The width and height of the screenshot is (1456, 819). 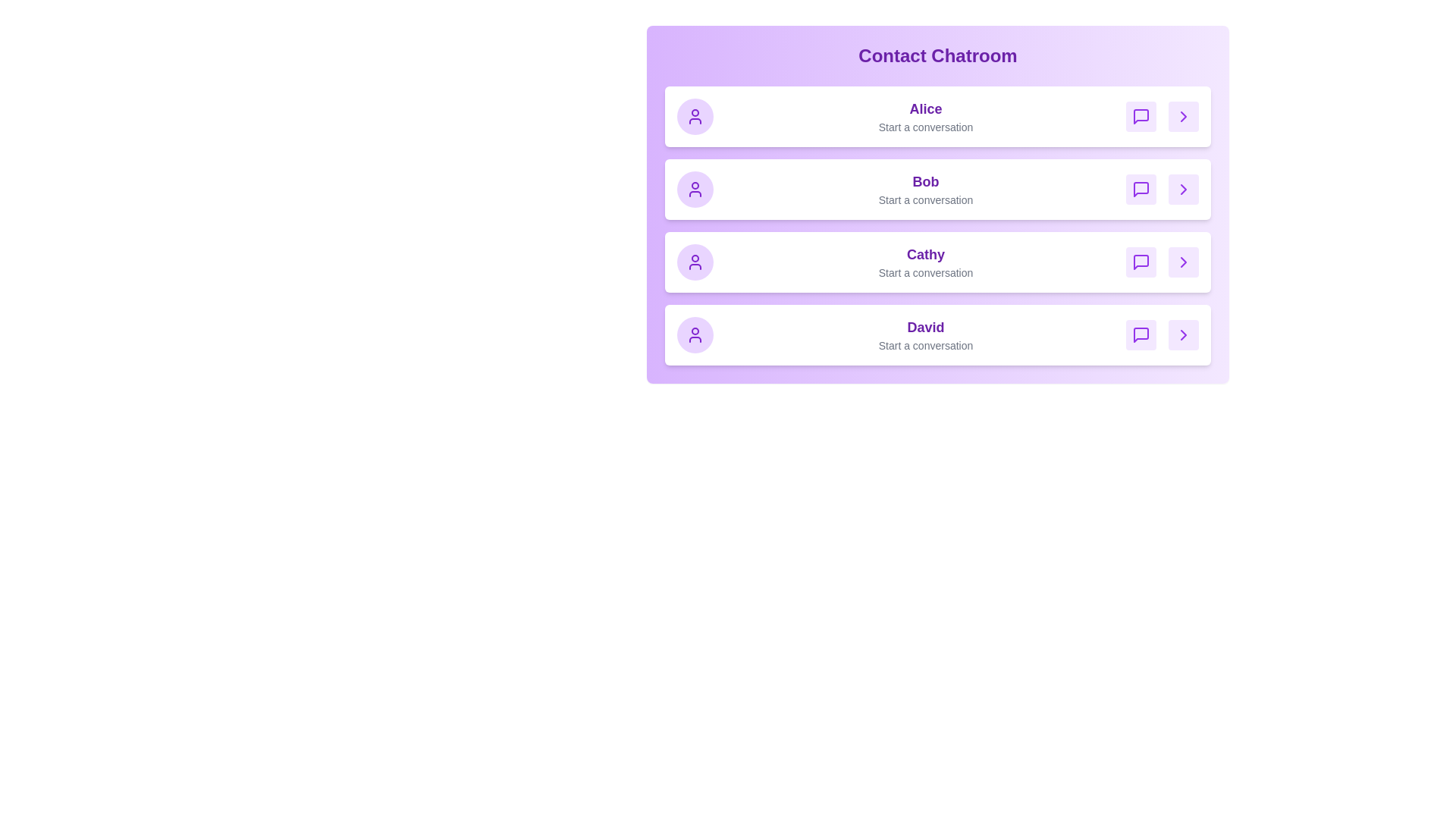 I want to click on message icon for David to start a conversation, so click(x=1141, y=334).